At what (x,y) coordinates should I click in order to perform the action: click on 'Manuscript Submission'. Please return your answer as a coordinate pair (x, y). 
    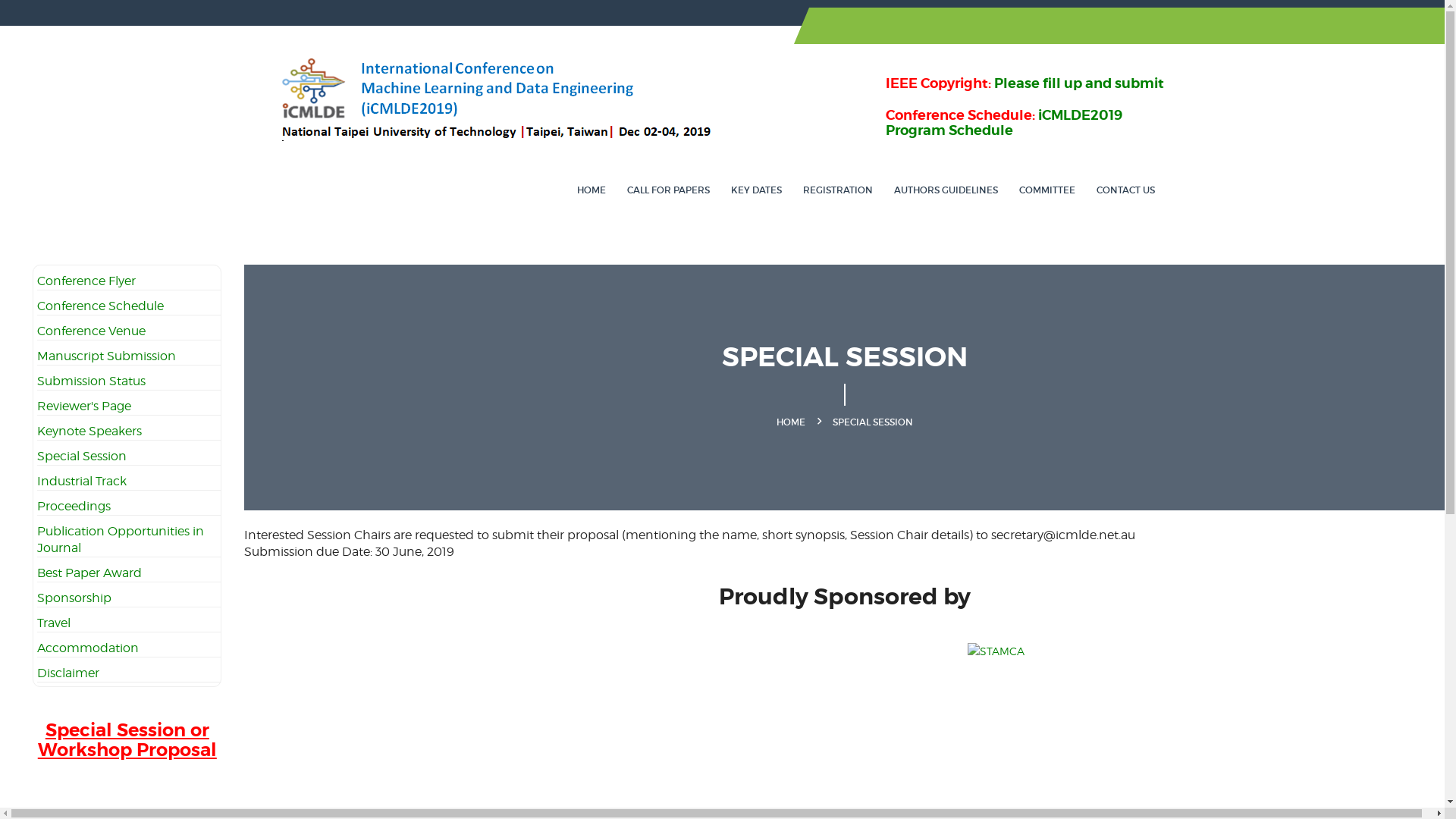
    Looking at the image, I should click on (105, 356).